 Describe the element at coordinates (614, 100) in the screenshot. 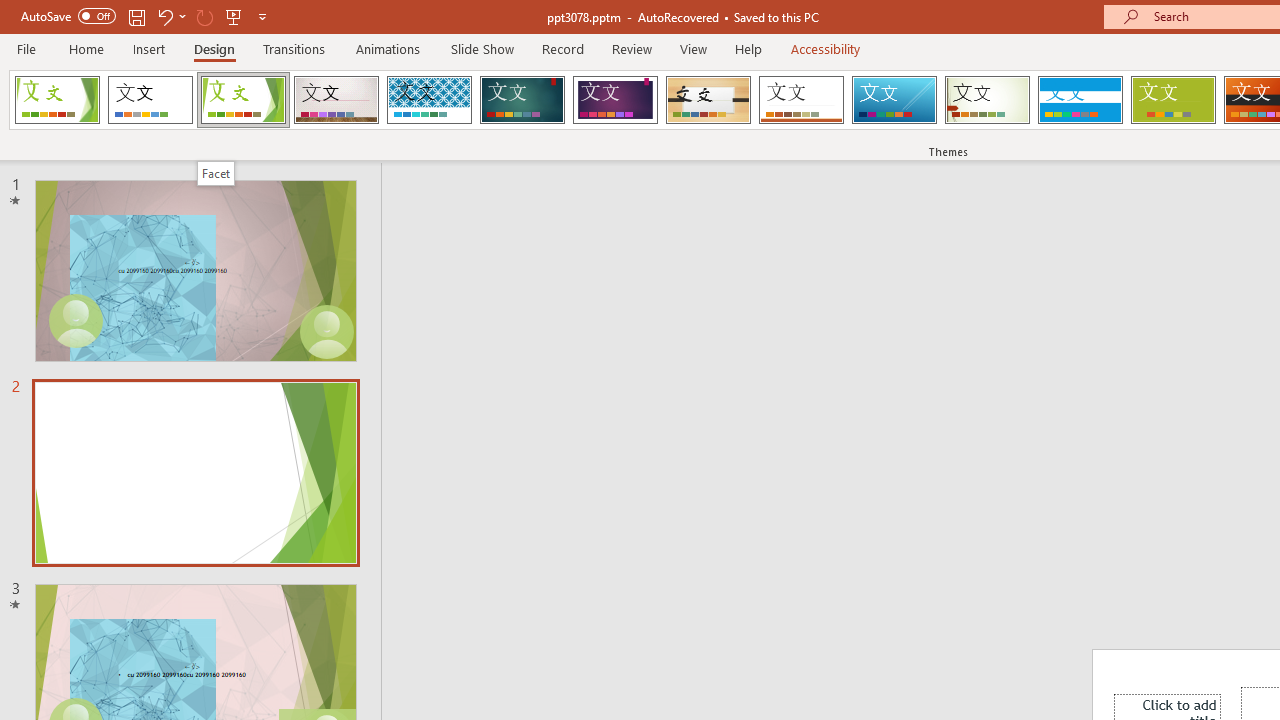

I see `'Ion Boardroom'` at that location.